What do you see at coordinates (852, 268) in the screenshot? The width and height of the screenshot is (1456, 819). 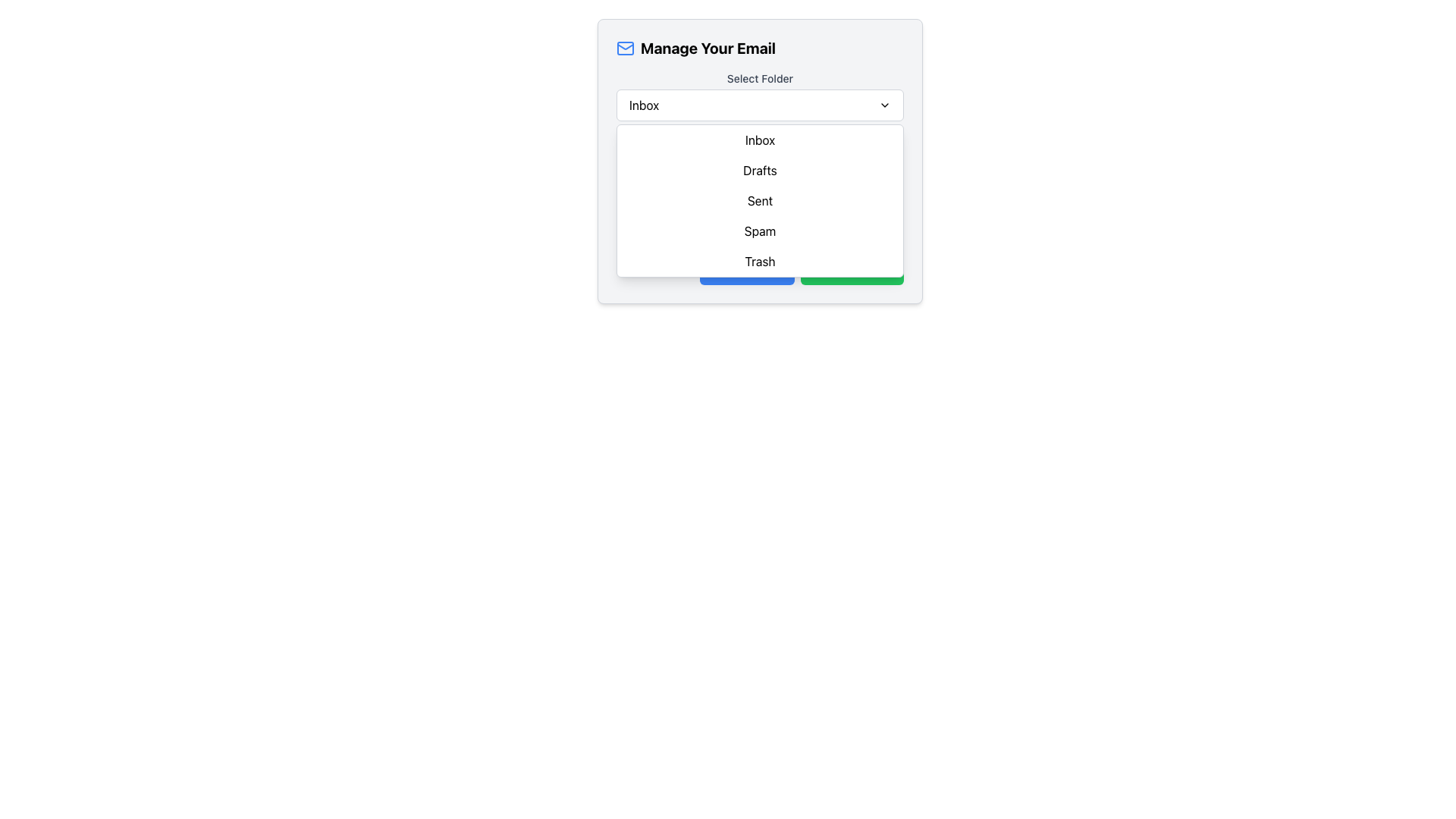 I see `the green 'Send Email' button with white text located at the bottom-right of the popup` at bounding box center [852, 268].